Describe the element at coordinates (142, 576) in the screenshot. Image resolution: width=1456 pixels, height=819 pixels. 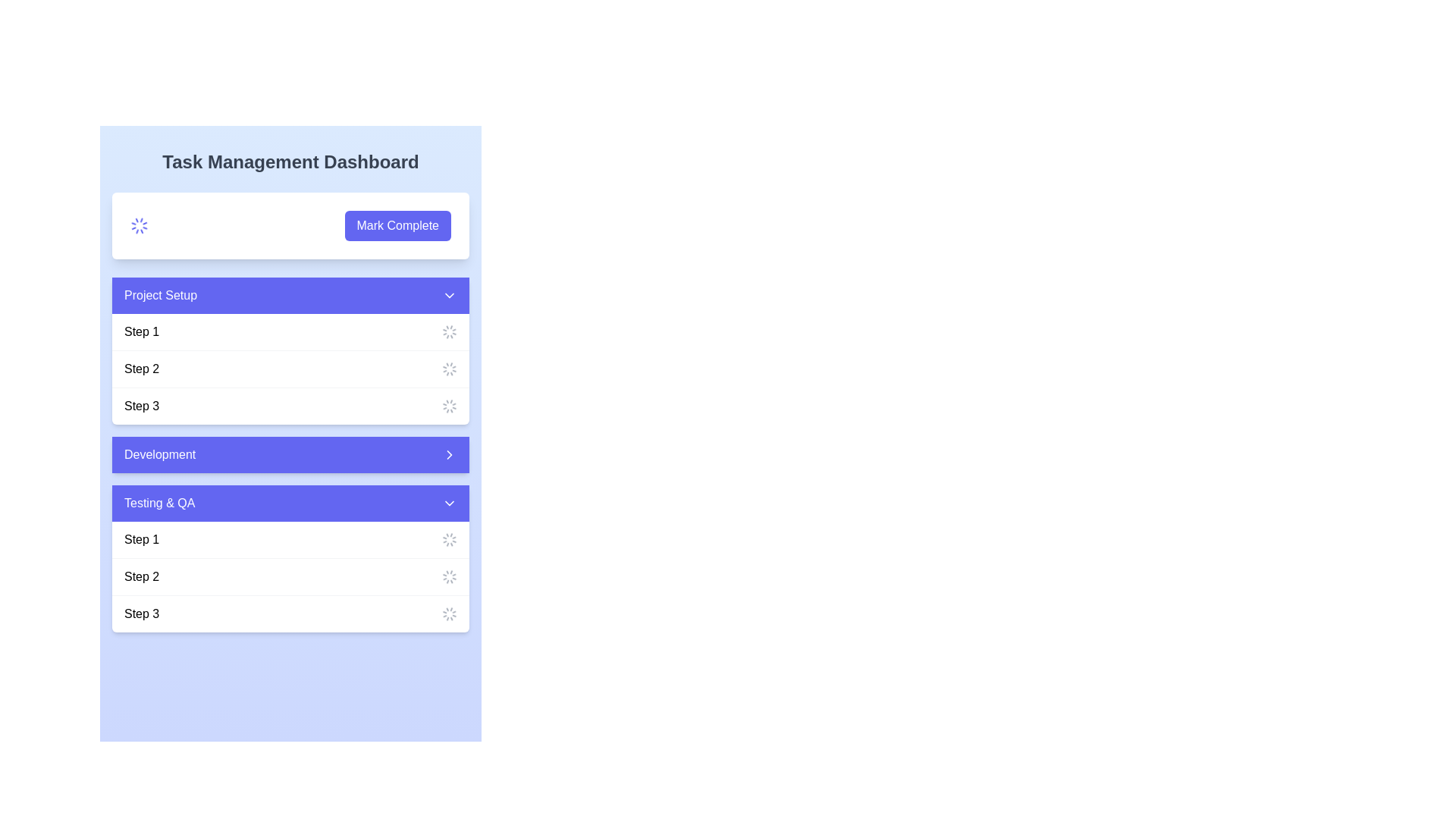
I see `the text label indicating the second step in the 'Testing & QA' process, located between 'Step 1' and 'Step 3'` at that location.